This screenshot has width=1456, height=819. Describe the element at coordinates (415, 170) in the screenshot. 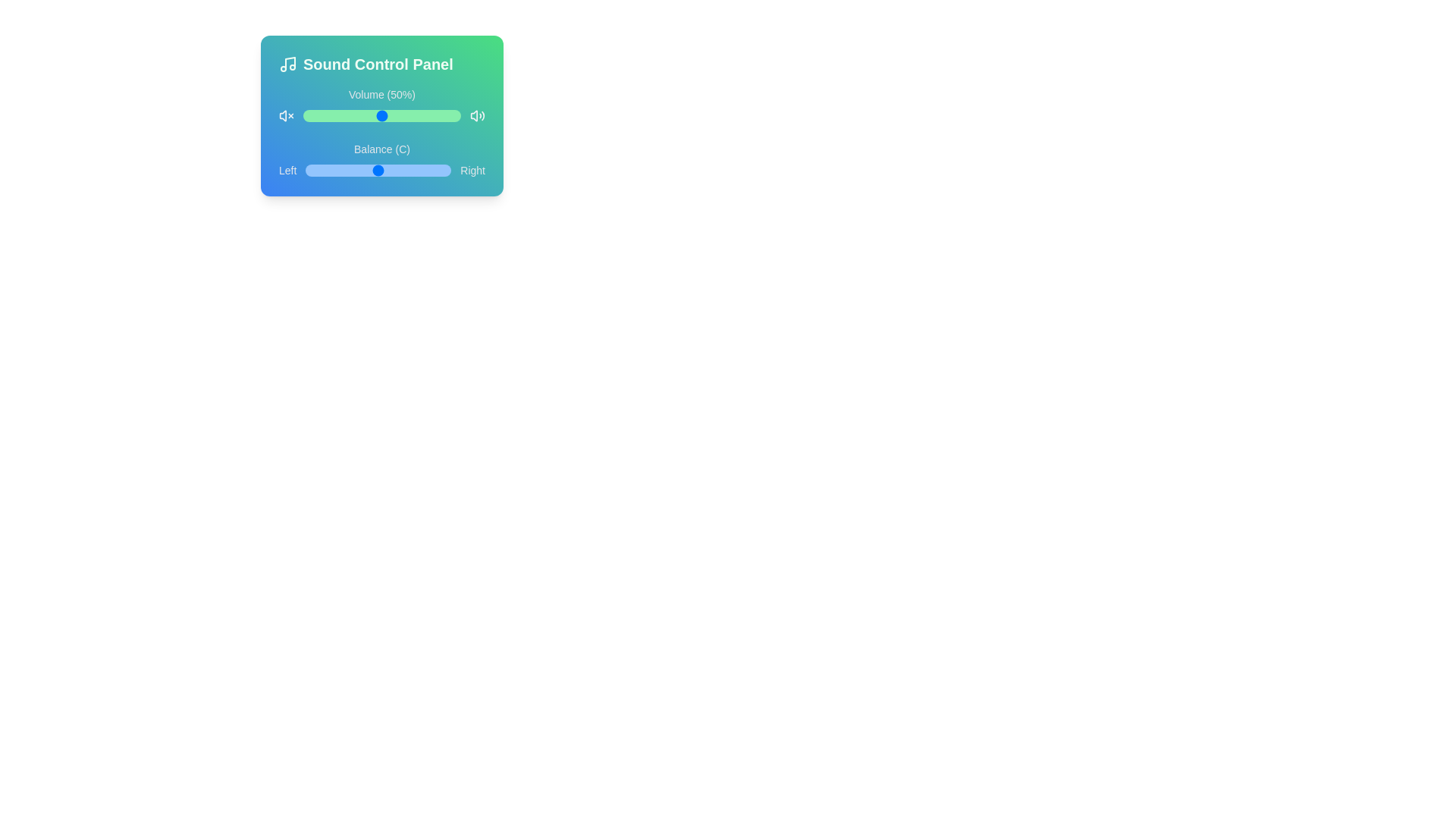

I see `the balance` at that location.